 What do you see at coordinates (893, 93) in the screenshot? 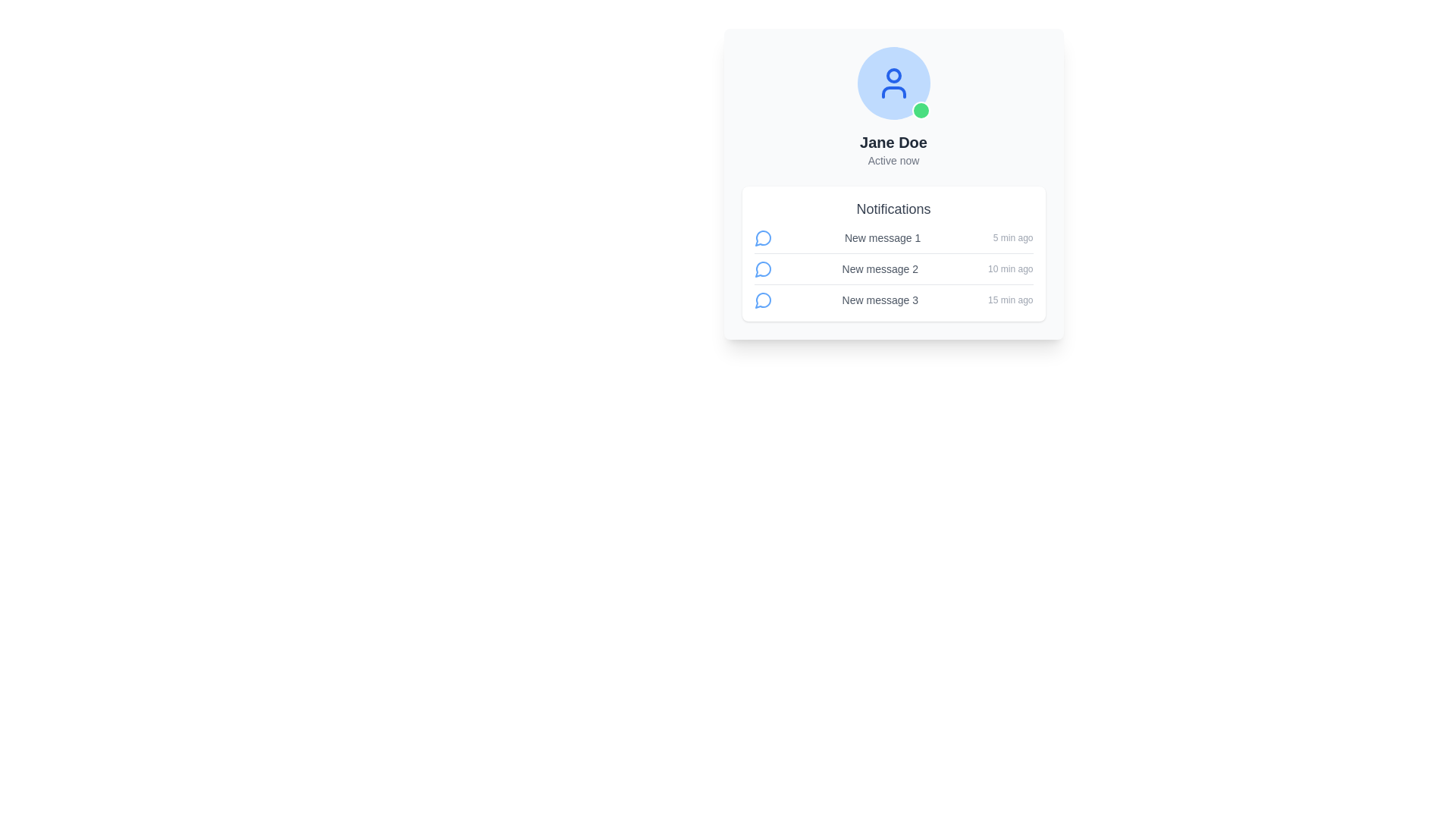
I see `the blue curved line representing the lower half of a user icon in the profile image, positioned near the top center of the user profile card` at bounding box center [893, 93].